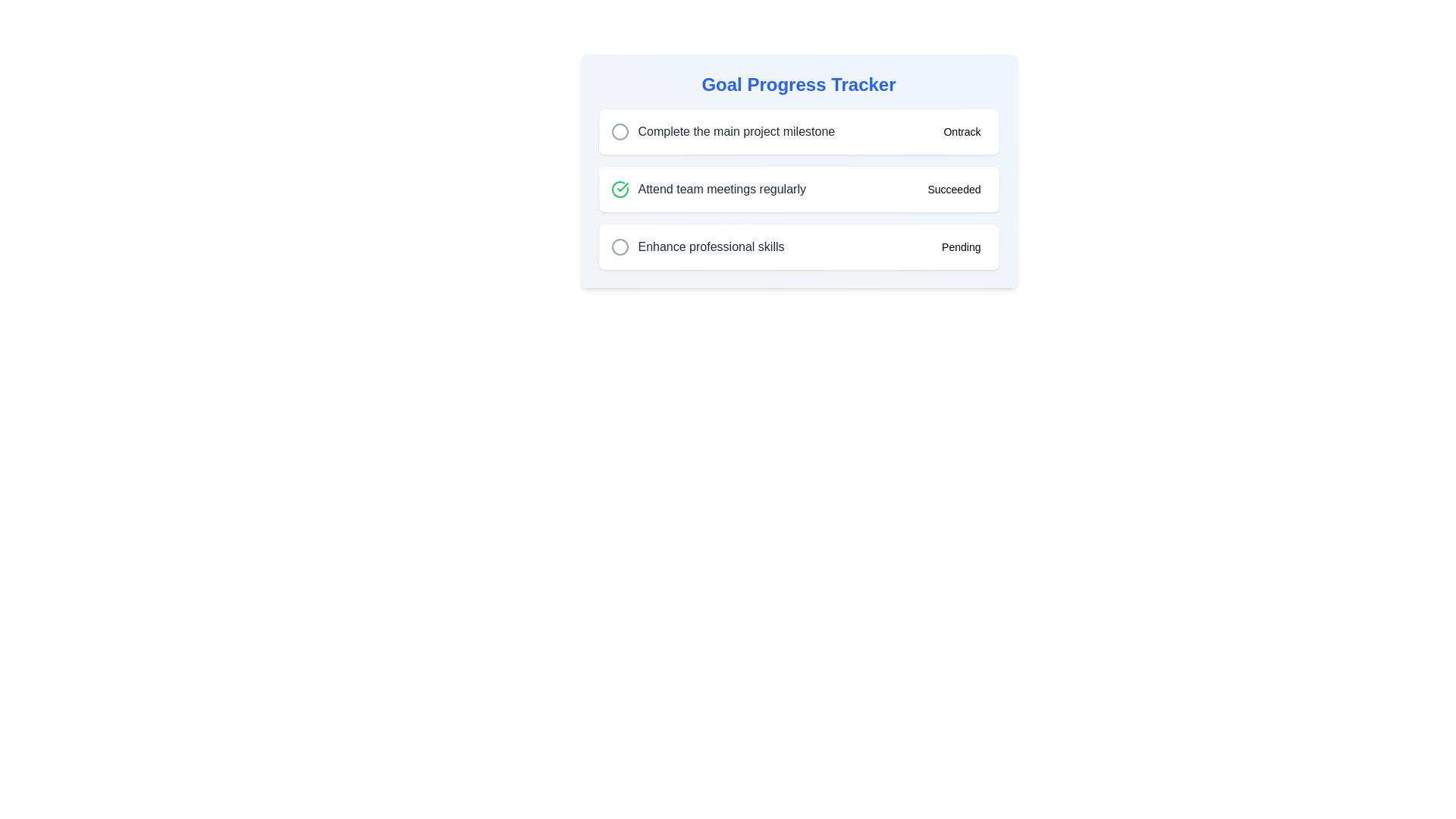 The image size is (1456, 819). Describe the element at coordinates (953, 189) in the screenshot. I see `the status badge labeled 'Succeeded', which is a rectangular label with a green background, located in the second row of a vertical list, to the right of the task description 'Attend team meetings regularly'` at that location.